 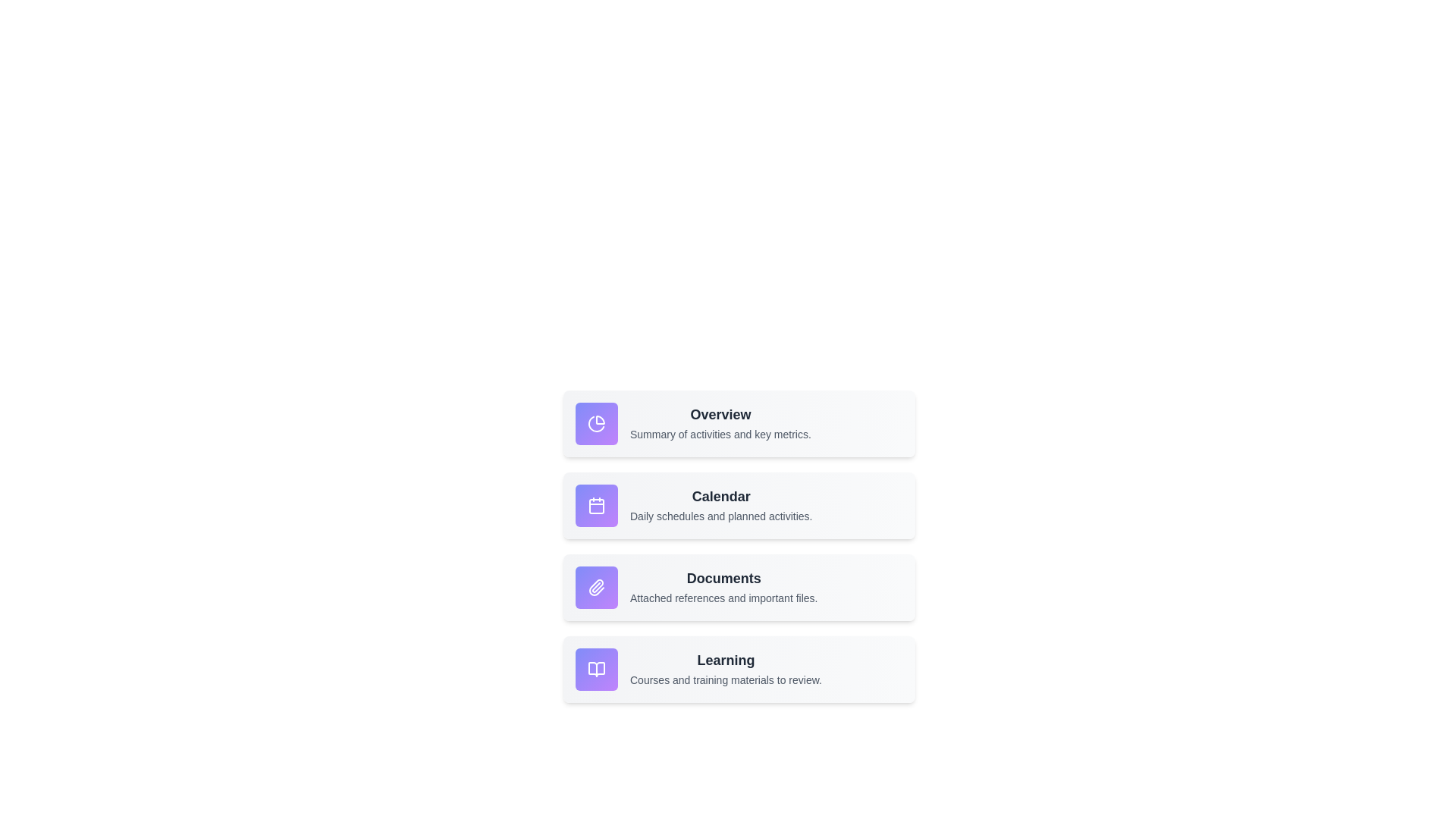 I want to click on the functionality of the icon corresponding to Overview, so click(x=596, y=424).